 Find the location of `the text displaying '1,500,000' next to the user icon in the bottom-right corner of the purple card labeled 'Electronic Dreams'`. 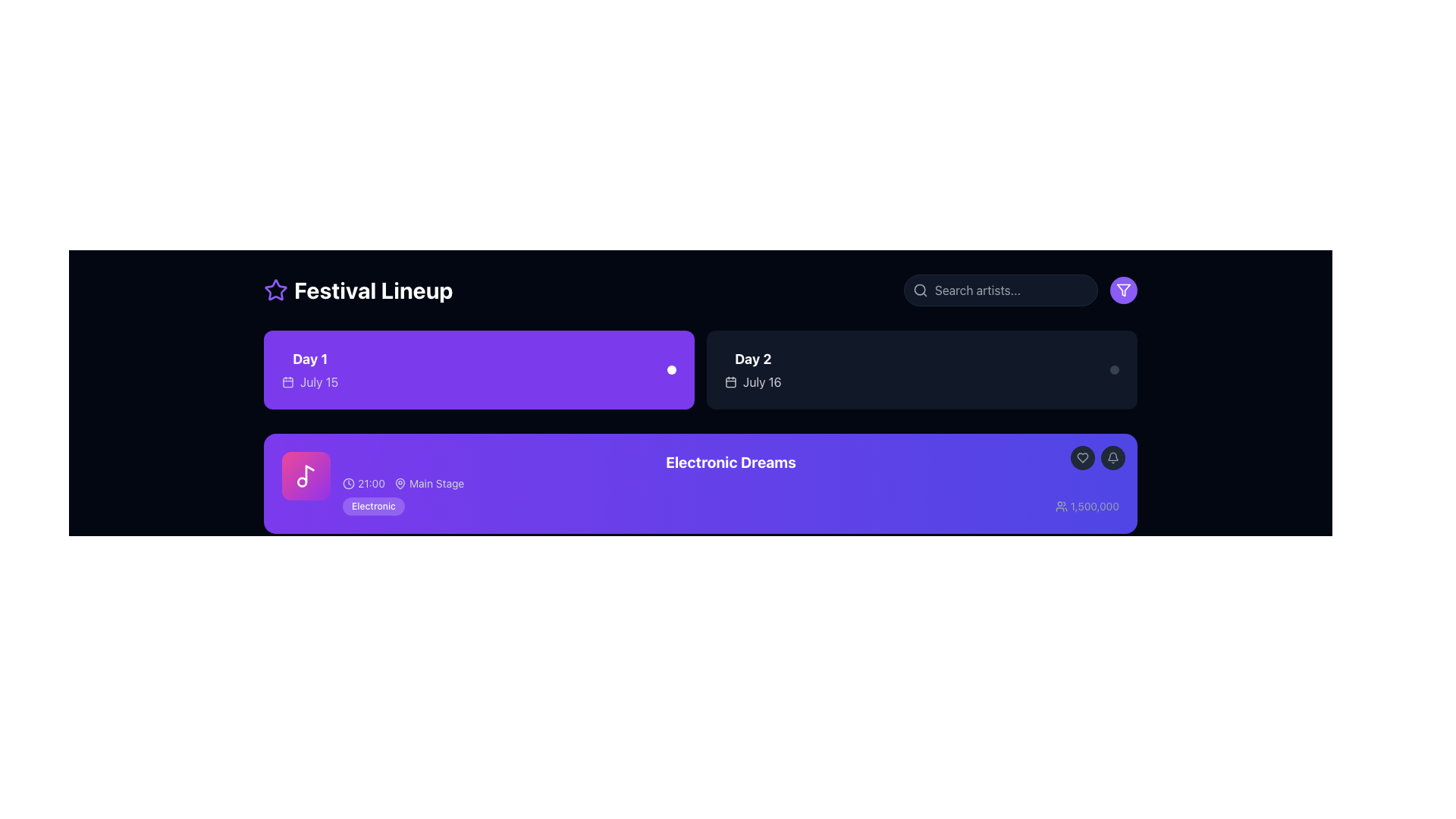

the text displaying '1,500,000' next to the user icon in the bottom-right corner of the purple card labeled 'Electronic Dreams' is located at coordinates (1086, 506).